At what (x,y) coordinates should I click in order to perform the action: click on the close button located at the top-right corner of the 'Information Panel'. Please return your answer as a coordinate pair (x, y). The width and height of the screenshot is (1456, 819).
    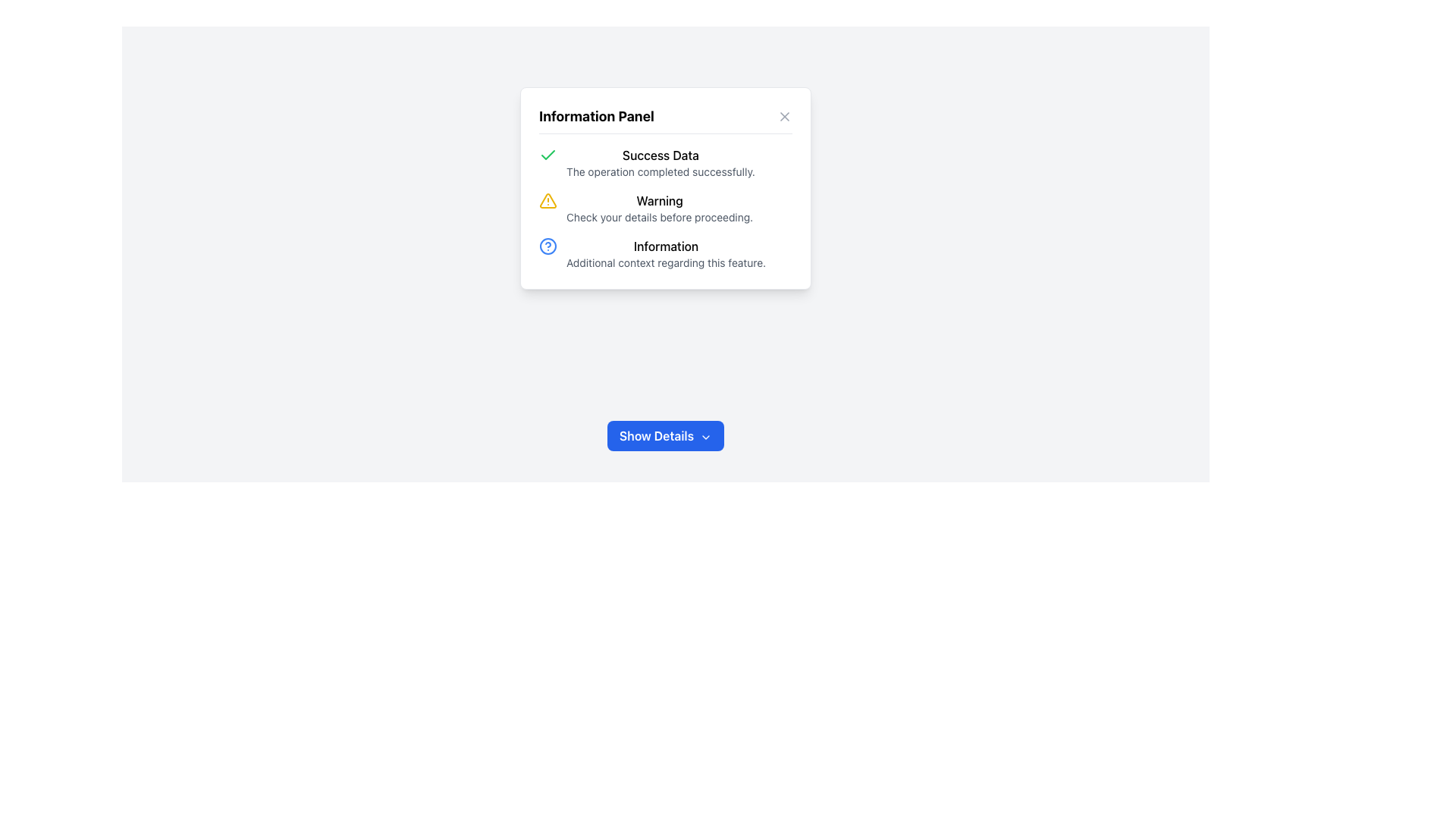
    Looking at the image, I should click on (785, 116).